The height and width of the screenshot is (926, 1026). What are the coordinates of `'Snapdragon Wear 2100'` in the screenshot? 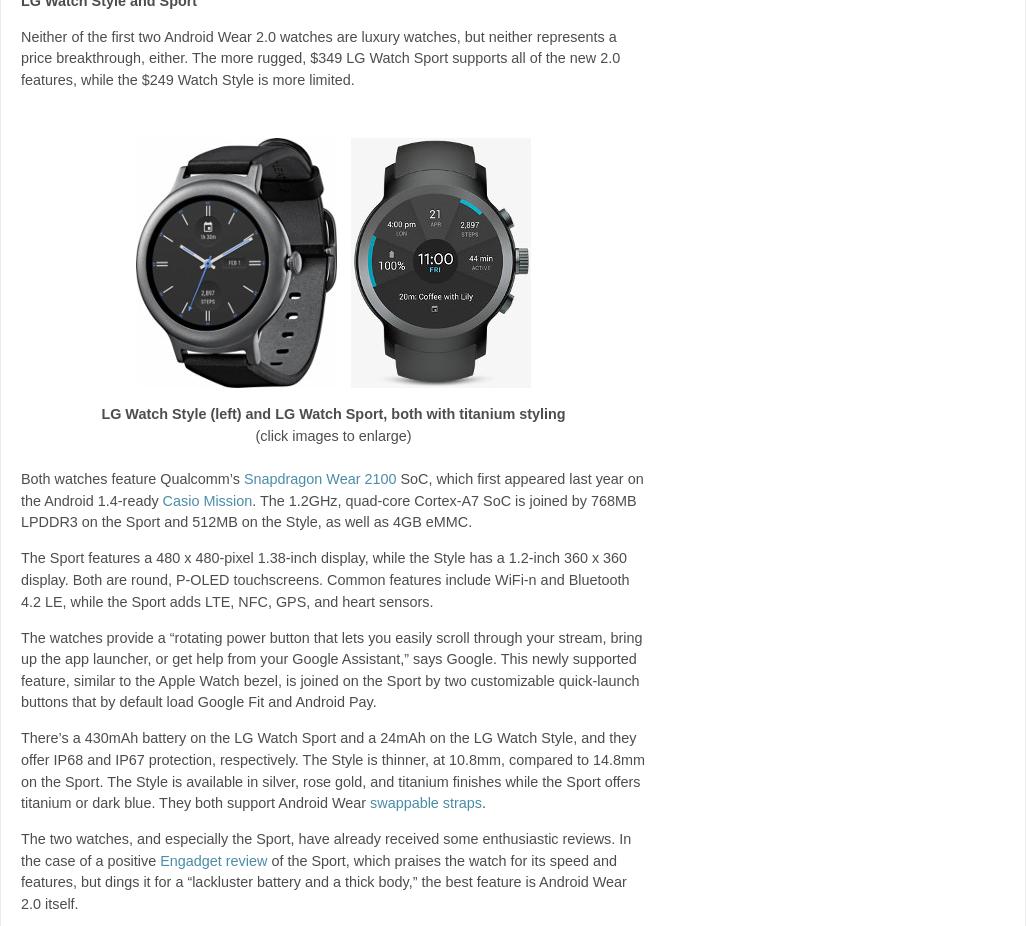 It's located at (319, 478).